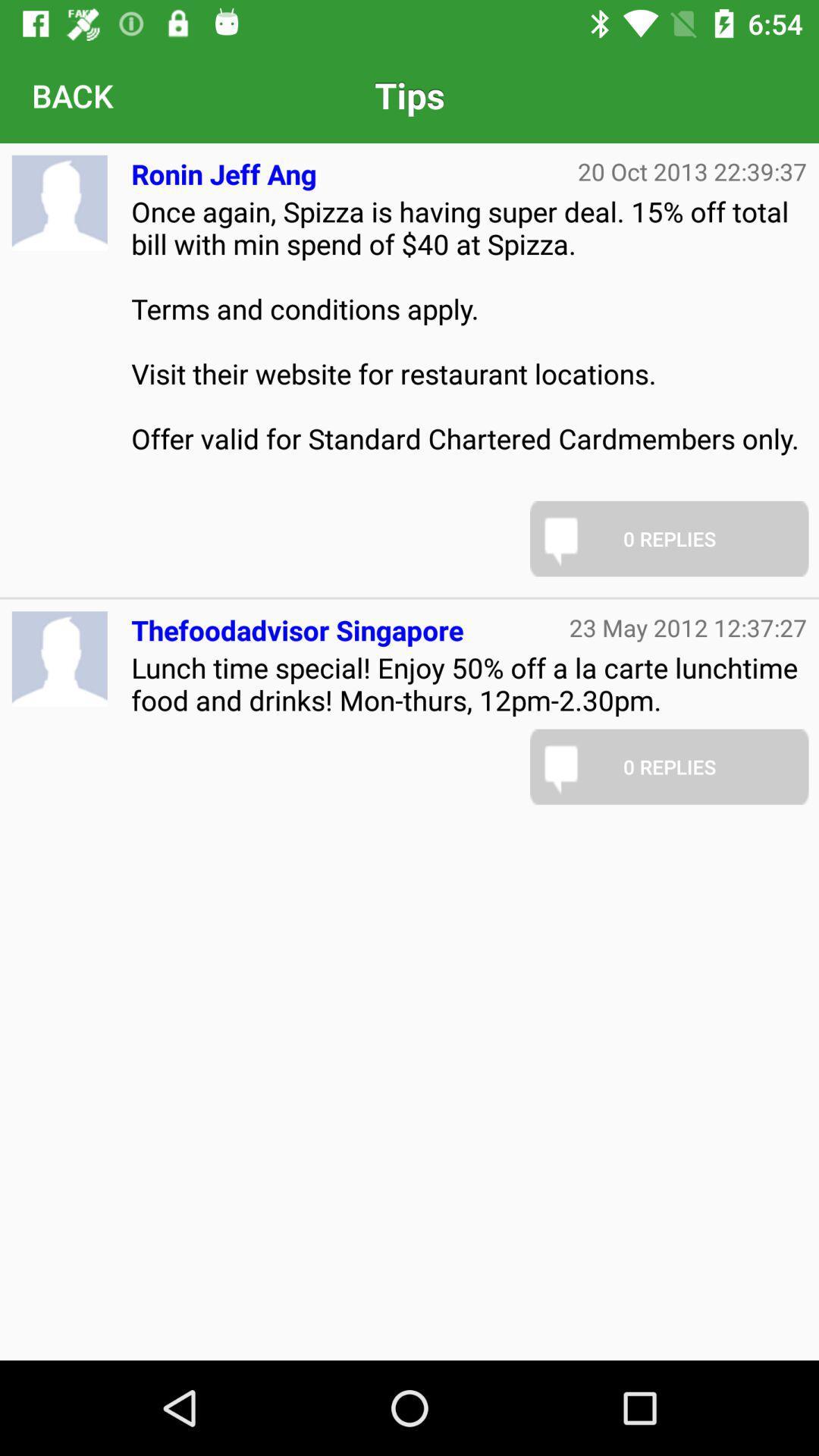  I want to click on ronin jeff ang, so click(224, 168).